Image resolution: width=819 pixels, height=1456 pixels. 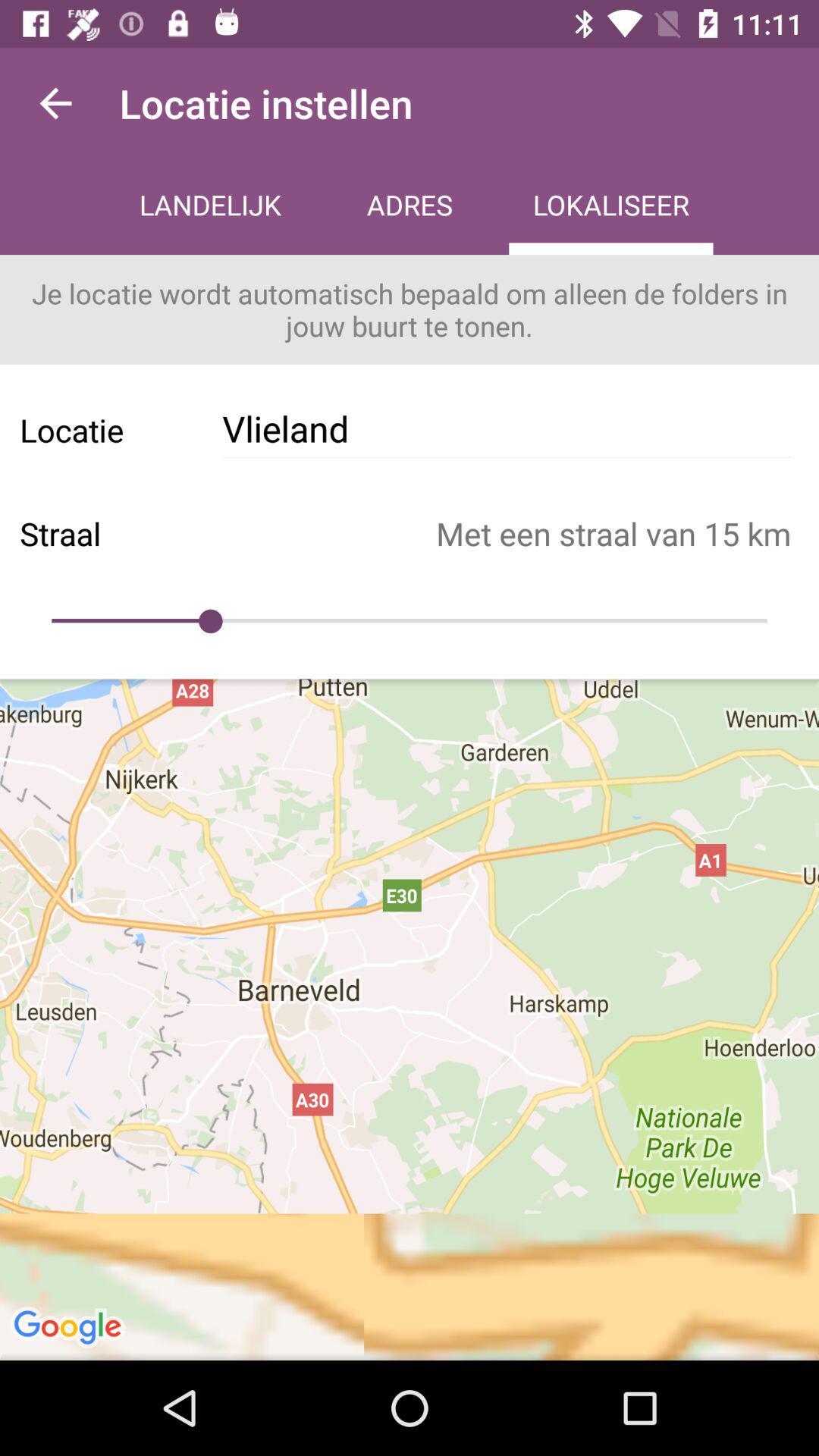 What do you see at coordinates (409, 206) in the screenshot?
I see `the icon above je locatie wordt icon` at bounding box center [409, 206].